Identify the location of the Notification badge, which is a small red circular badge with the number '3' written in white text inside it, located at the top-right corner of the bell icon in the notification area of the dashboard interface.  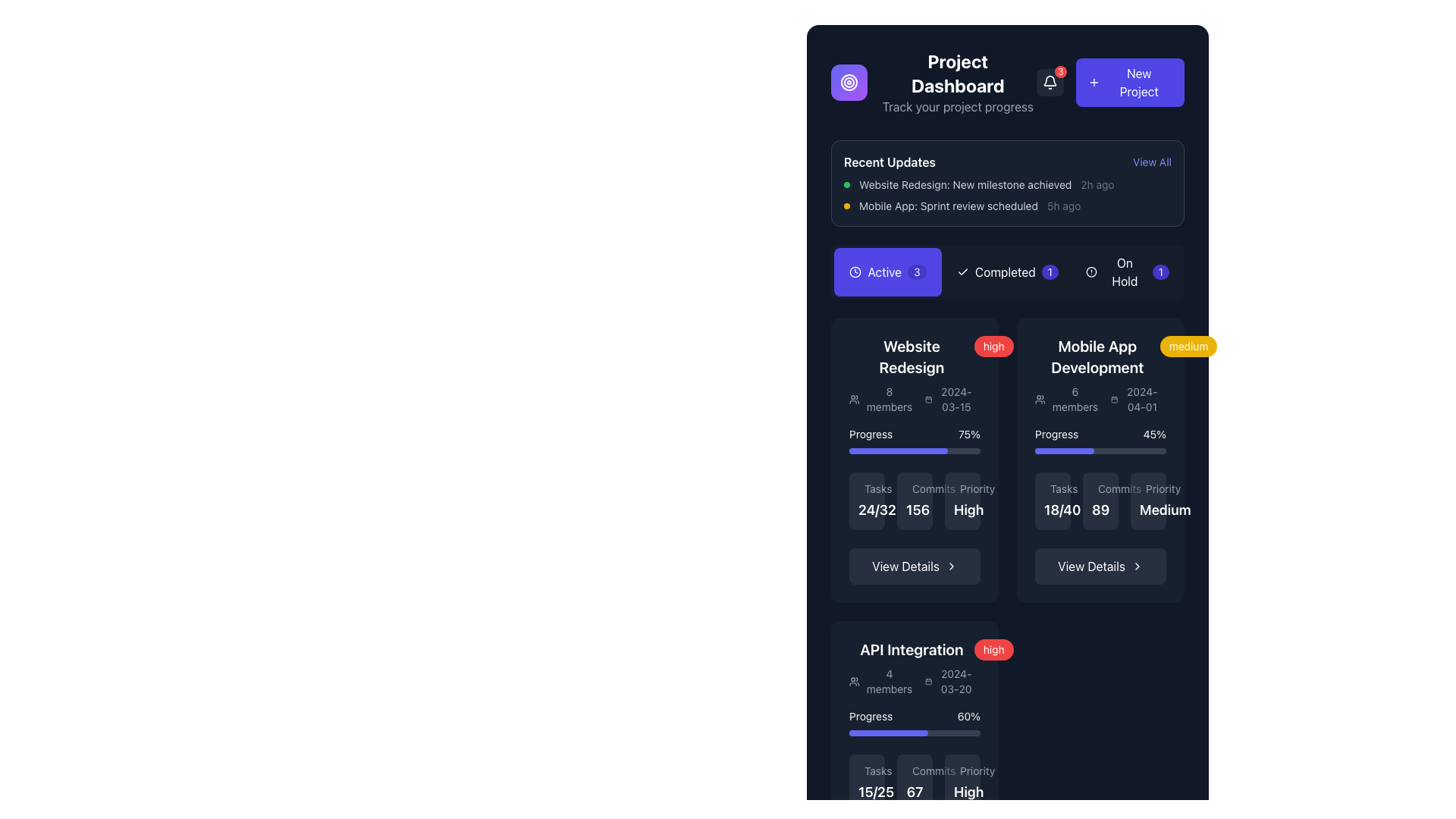
(1059, 72).